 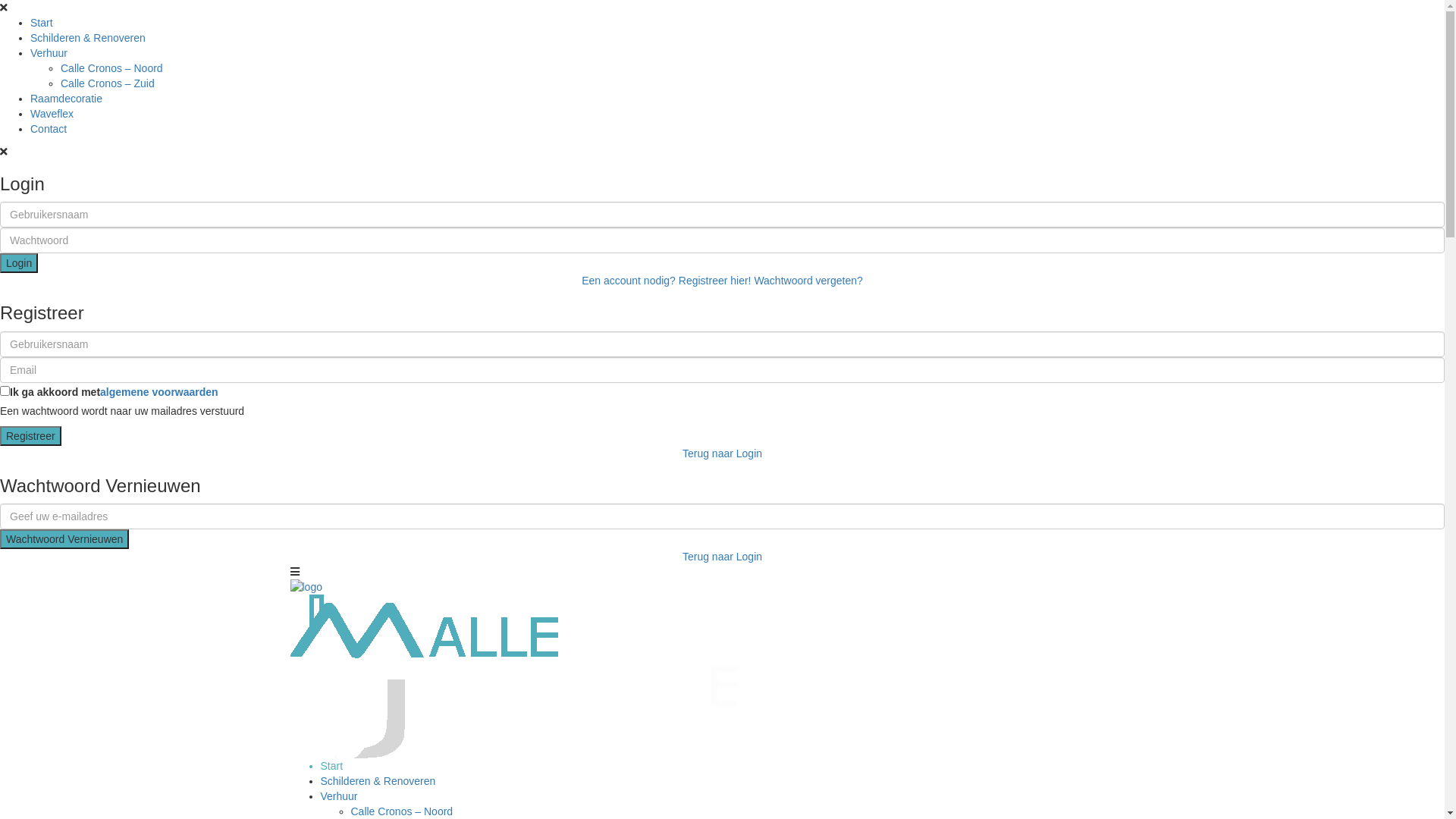 I want to click on 'Een account nodig? Registreer hier!', so click(x=666, y=281).